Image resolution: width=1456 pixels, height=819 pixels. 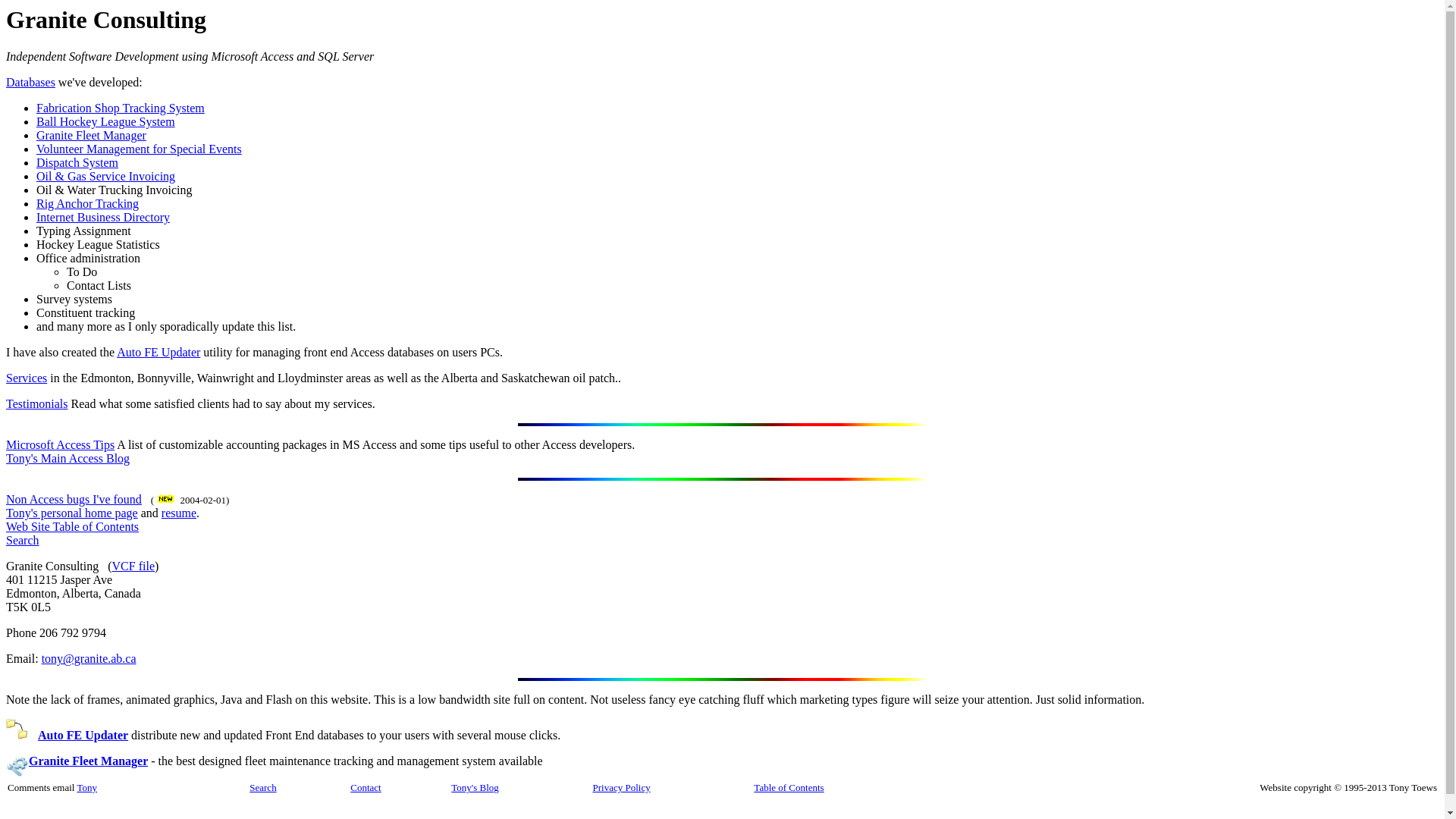 What do you see at coordinates (349, 786) in the screenshot?
I see `'Contact'` at bounding box center [349, 786].